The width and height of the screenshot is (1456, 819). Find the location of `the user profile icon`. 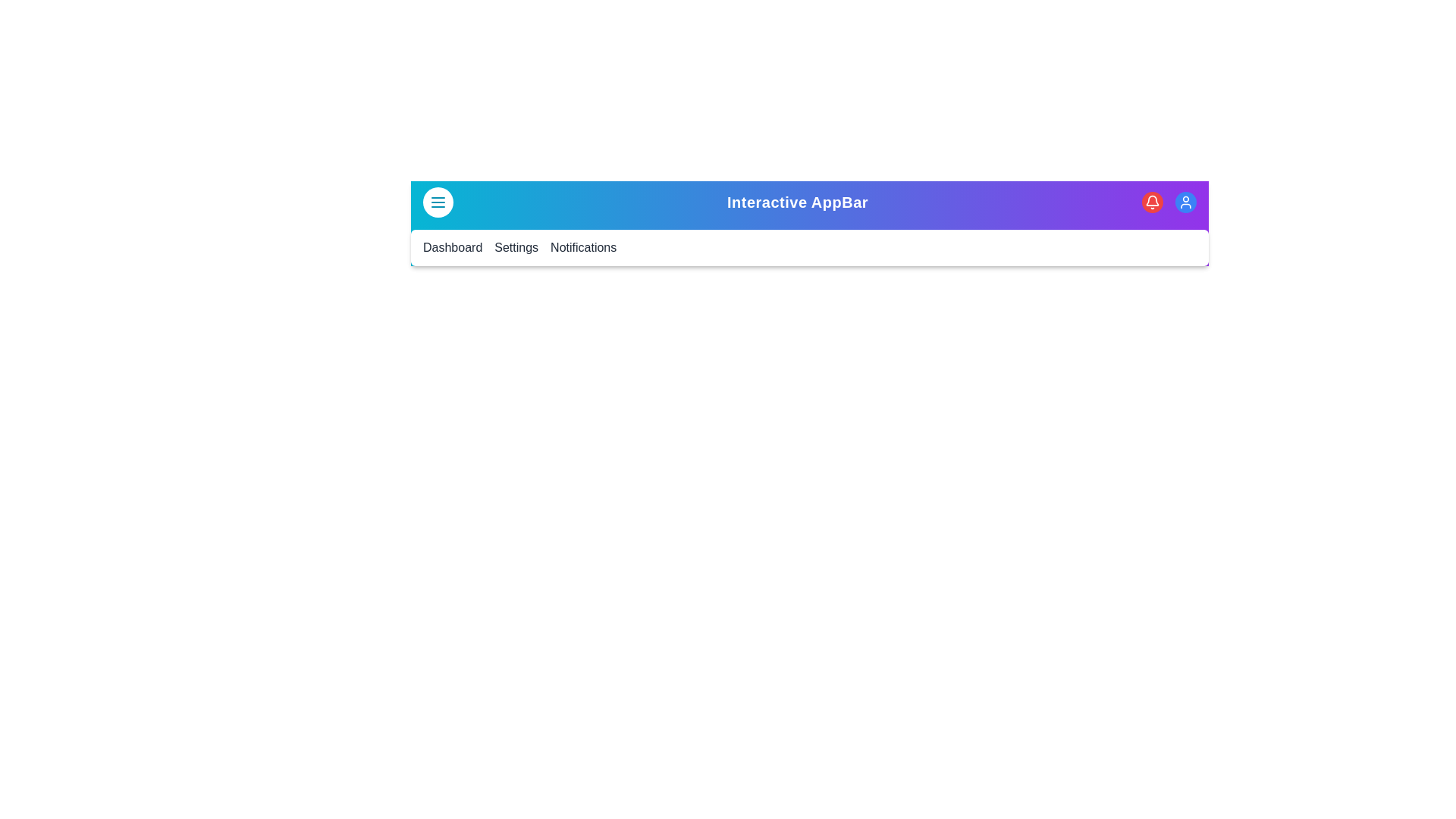

the user profile icon is located at coordinates (1185, 201).